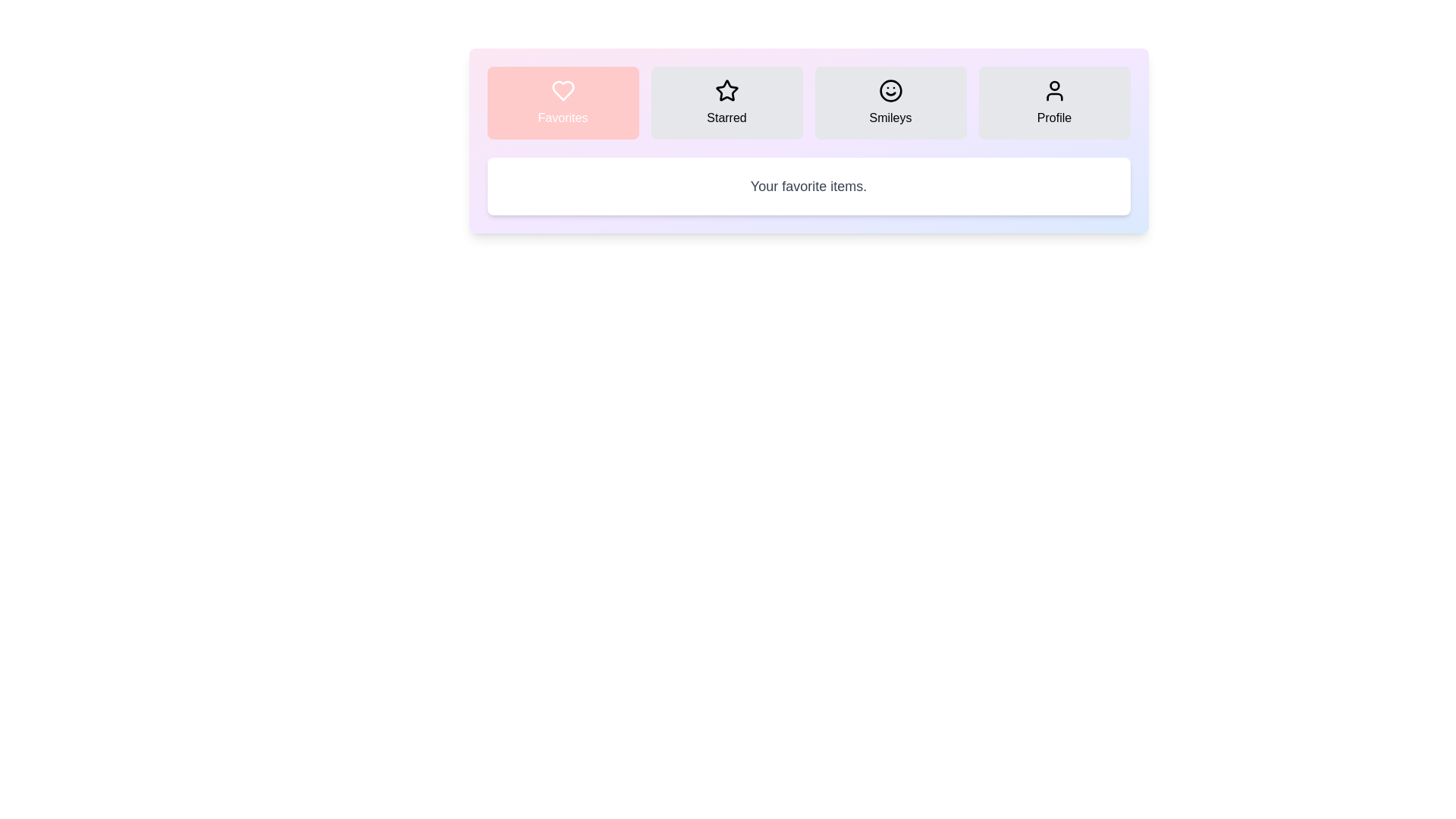  What do you see at coordinates (562, 102) in the screenshot?
I see `the Favorites tab by clicking on it` at bounding box center [562, 102].